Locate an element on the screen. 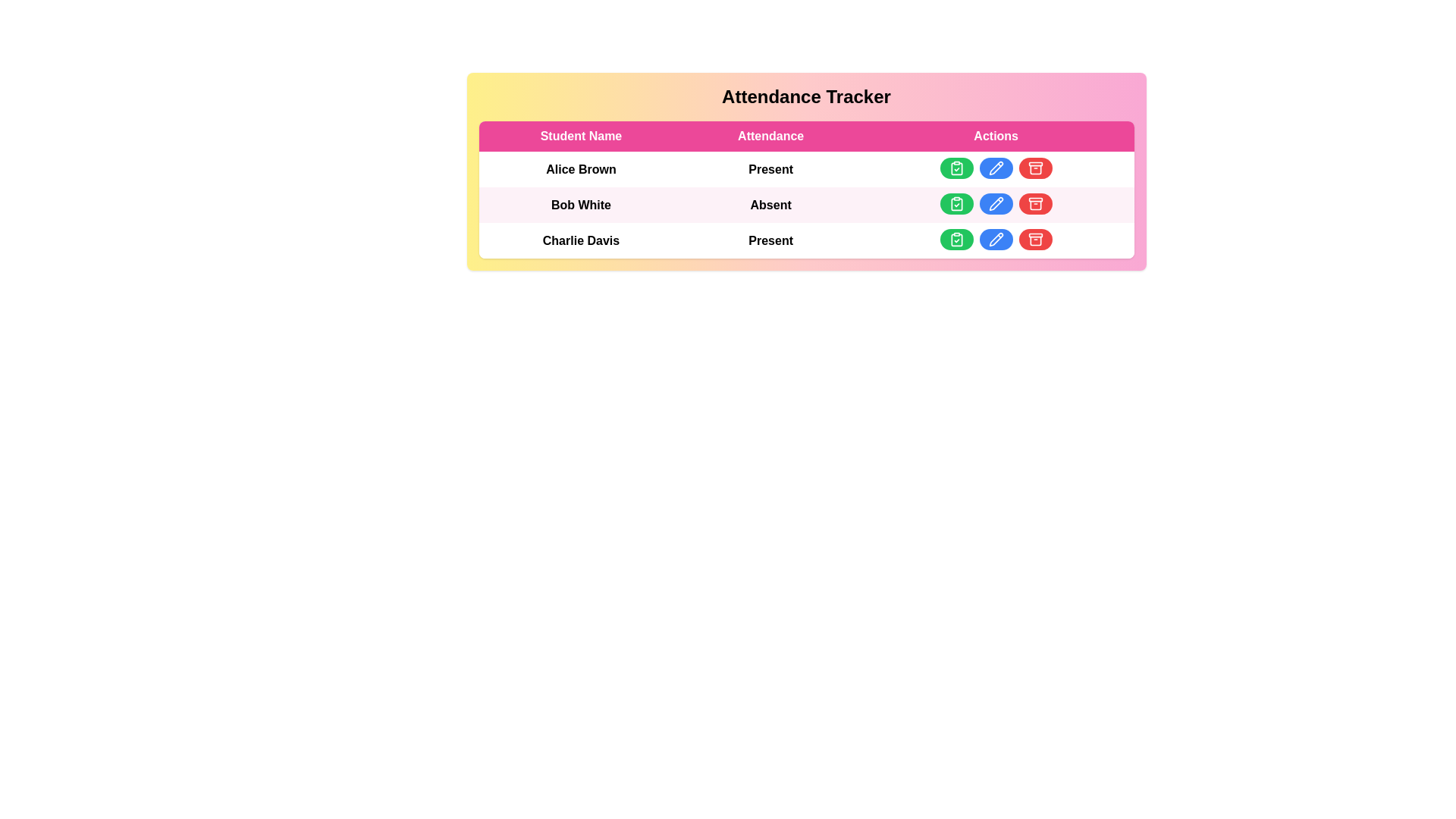  'archive record' button for the student with name Bob White is located at coordinates (1034, 203).